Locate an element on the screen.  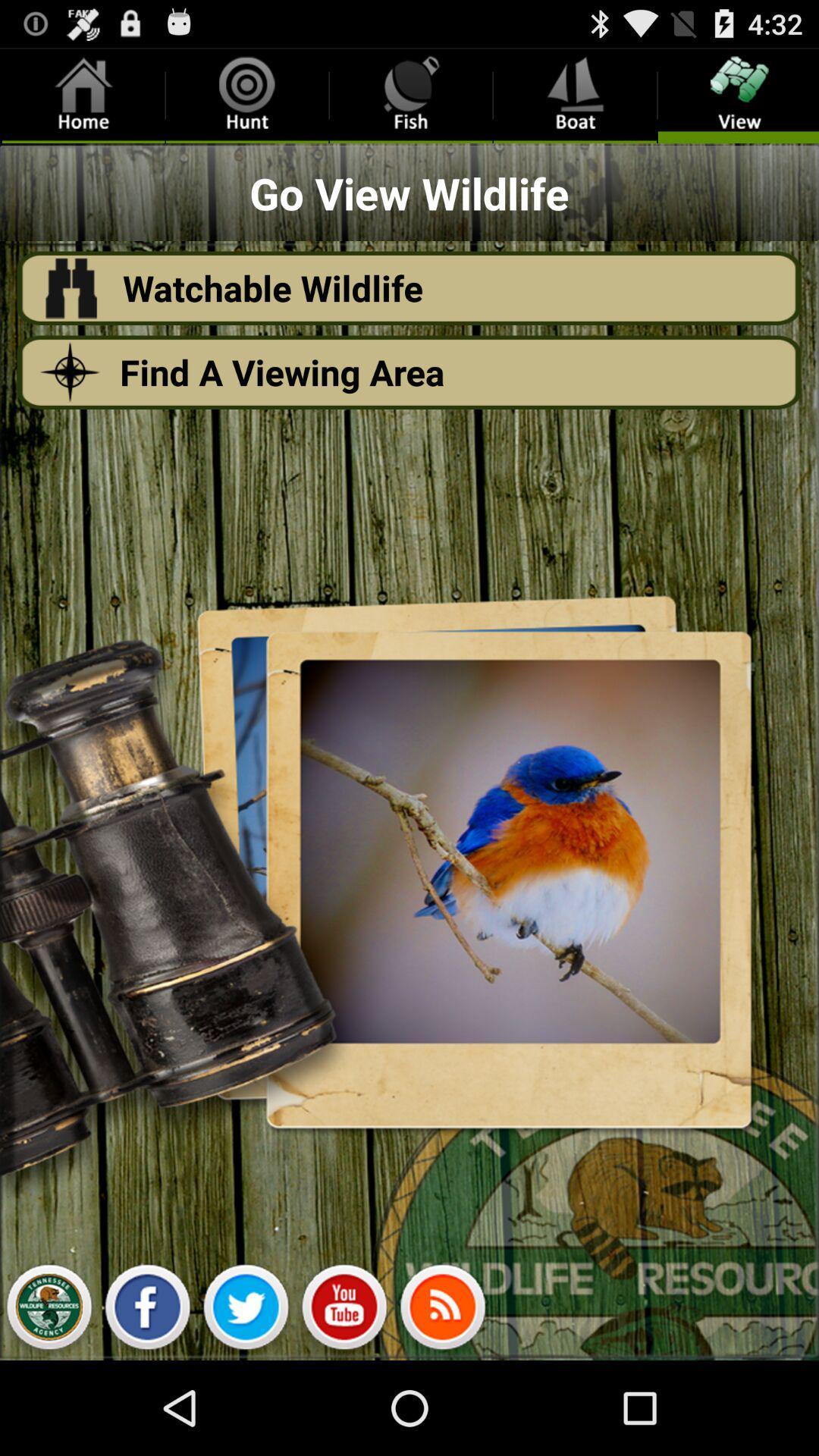
twitter is located at coordinates (245, 1310).